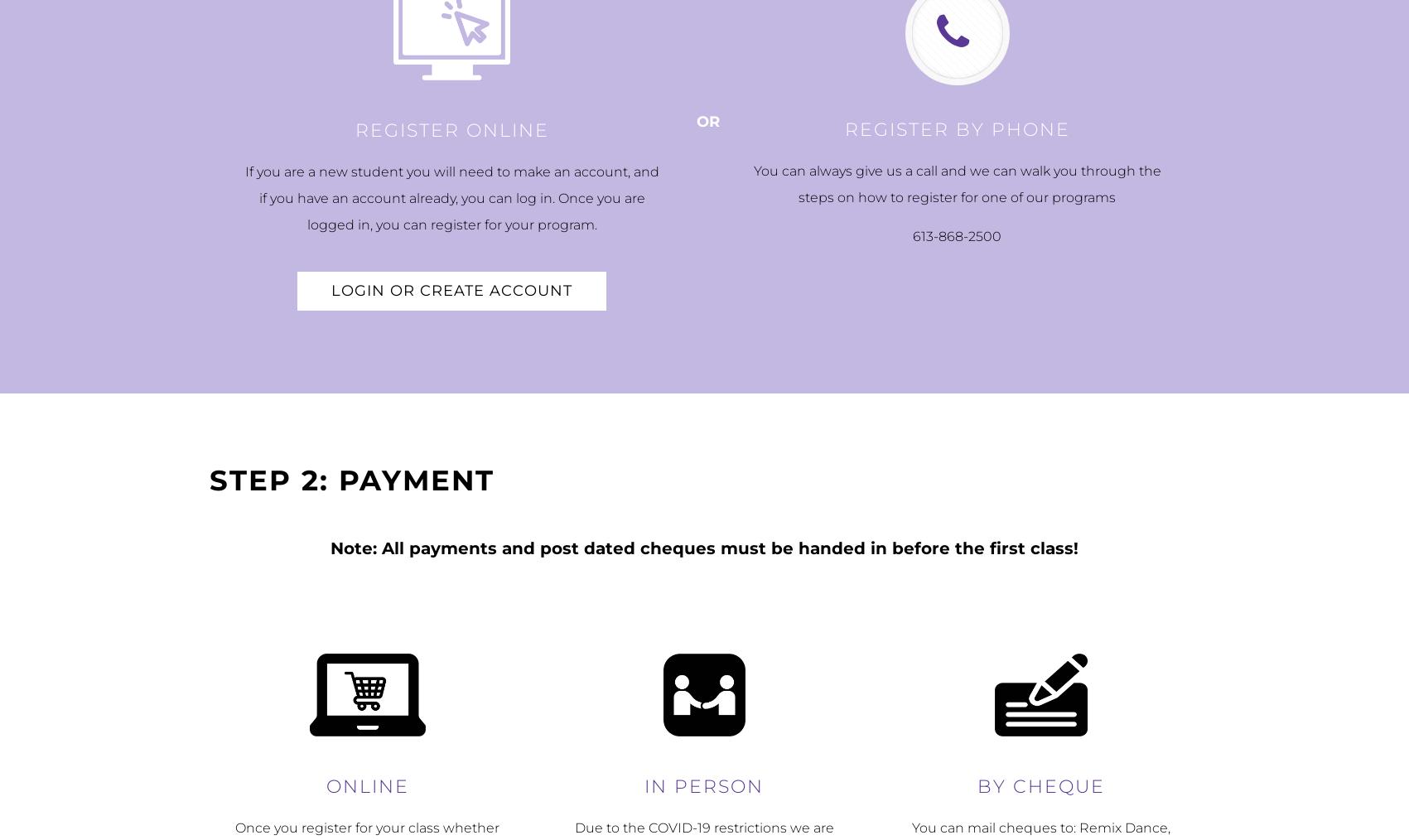  I want to click on 'Online', so click(365, 786).